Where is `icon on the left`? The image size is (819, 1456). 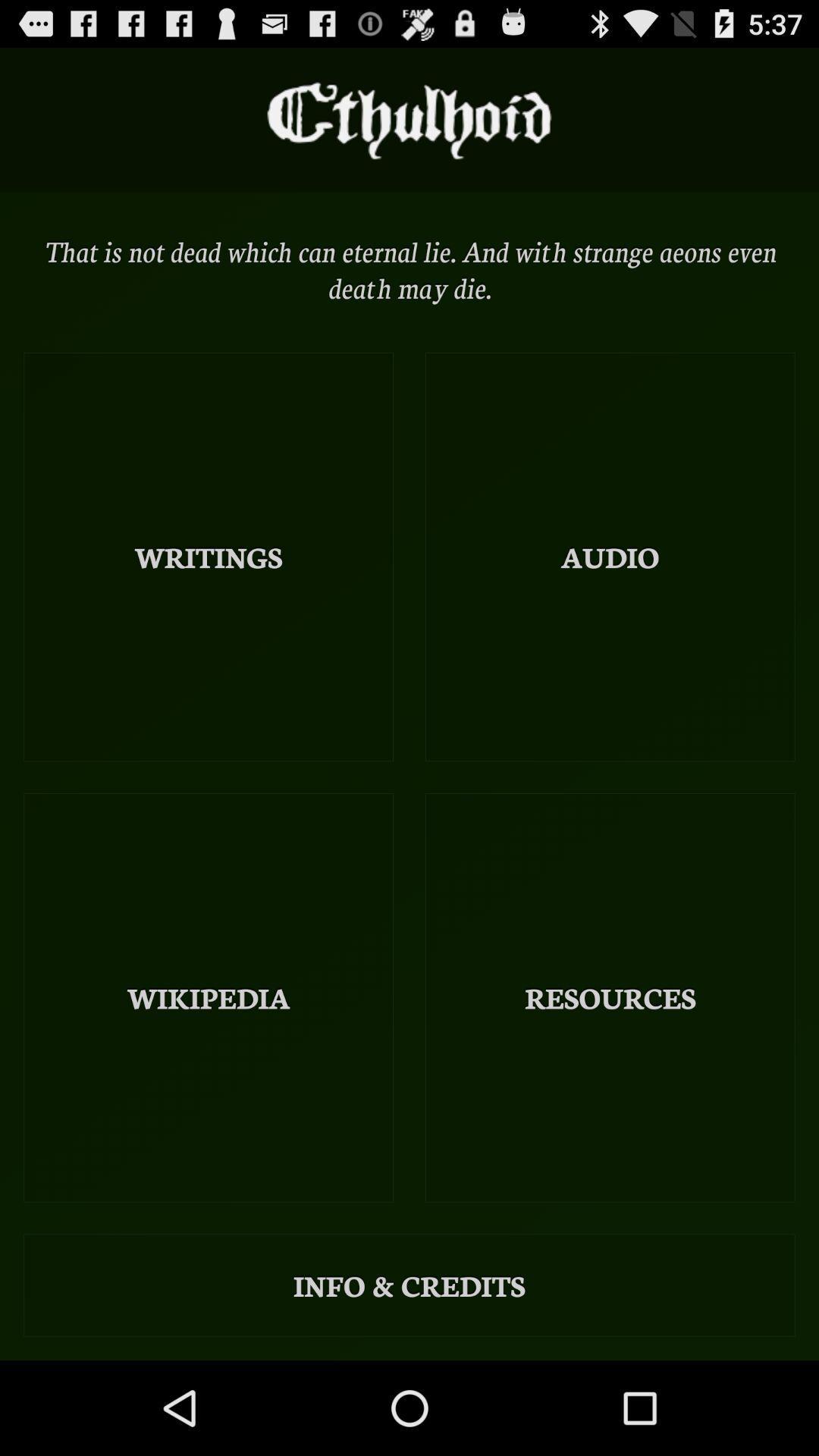
icon on the left is located at coordinates (209, 556).